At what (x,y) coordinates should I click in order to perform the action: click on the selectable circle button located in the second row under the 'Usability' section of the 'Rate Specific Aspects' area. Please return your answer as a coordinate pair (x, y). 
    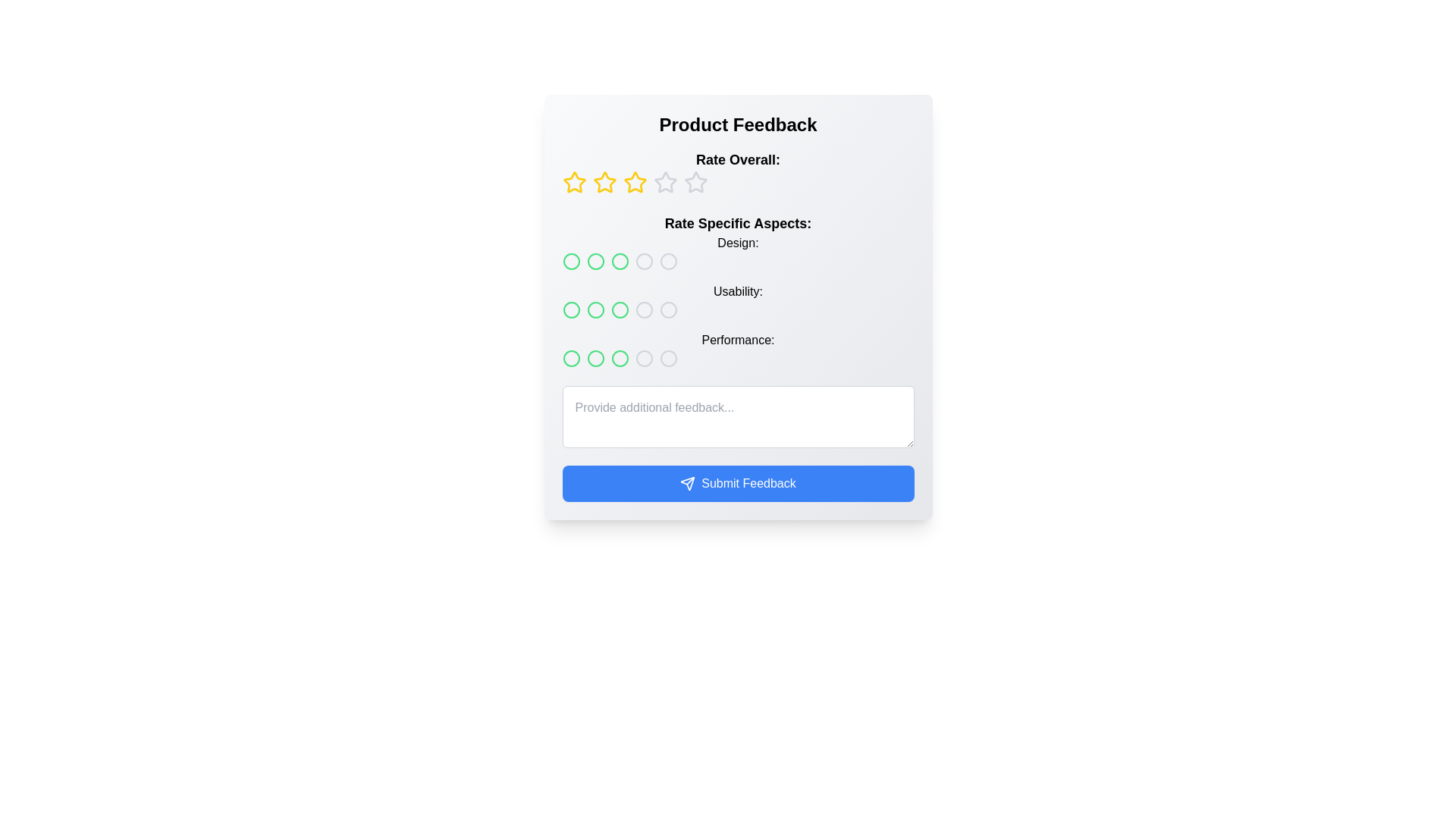
    Looking at the image, I should click on (644, 309).